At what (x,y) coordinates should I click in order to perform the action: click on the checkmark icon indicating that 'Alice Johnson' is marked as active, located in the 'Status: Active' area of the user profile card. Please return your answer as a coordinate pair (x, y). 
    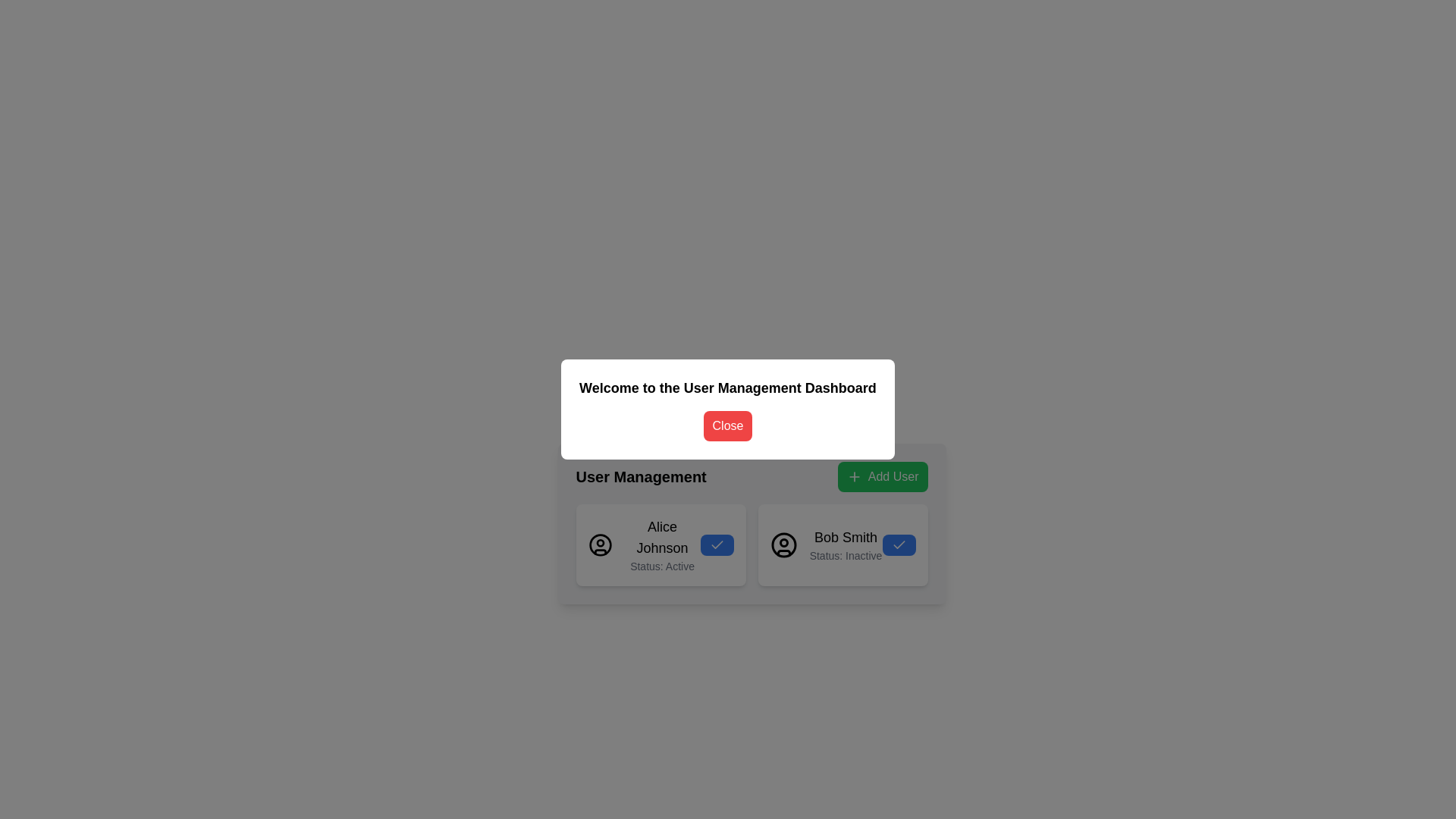
    Looking at the image, I should click on (899, 544).